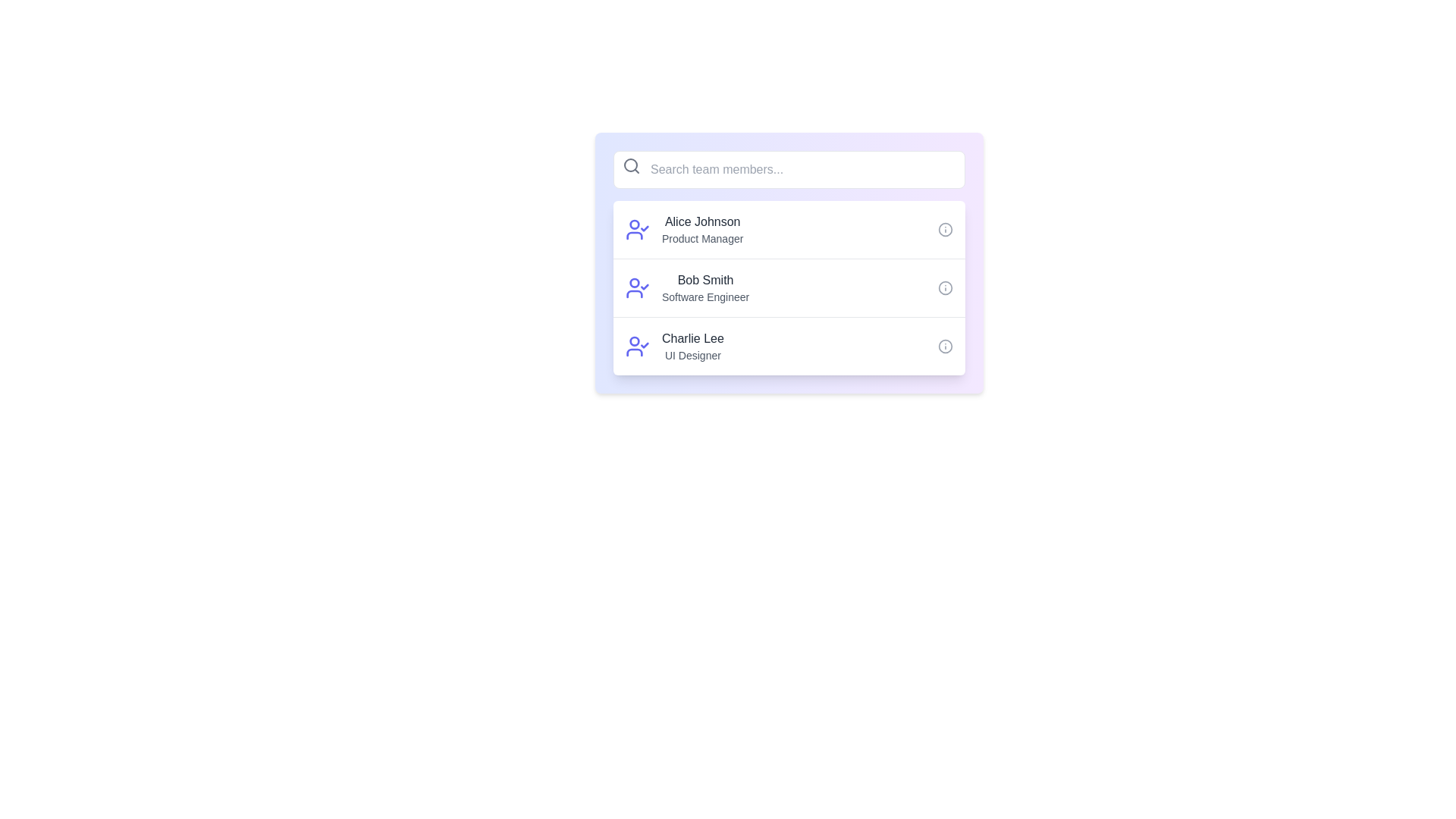 The width and height of the screenshot is (1456, 819). What do you see at coordinates (632, 166) in the screenshot?
I see `the search icon located at the upper-left corner of the search bar, which serves as a visual cue for initiating a search functionality` at bounding box center [632, 166].